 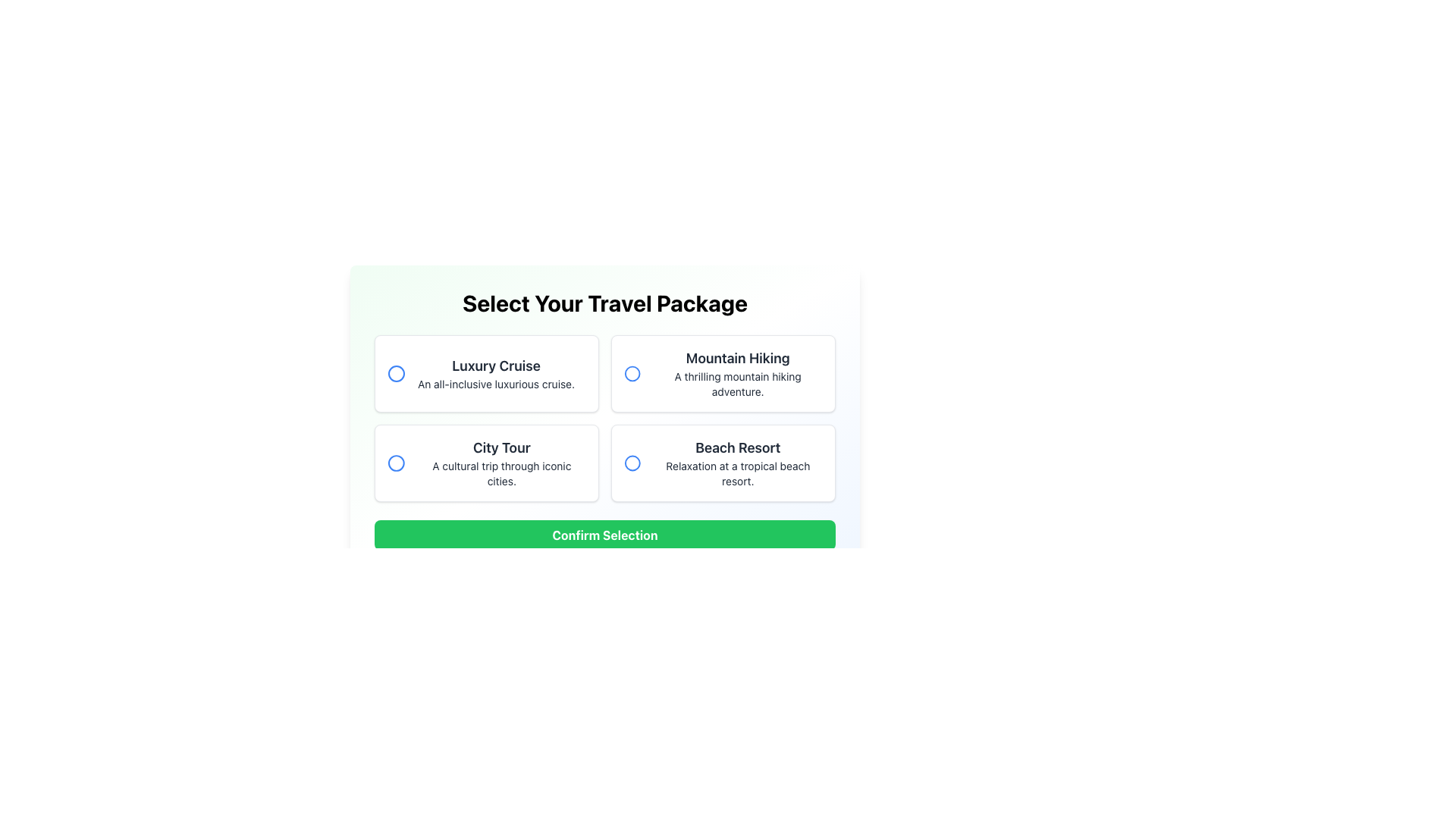 I want to click on the descriptive text label located below the 'Luxury Cruise' heading in the first card of the travel package selection grid, so click(x=496, y=383).